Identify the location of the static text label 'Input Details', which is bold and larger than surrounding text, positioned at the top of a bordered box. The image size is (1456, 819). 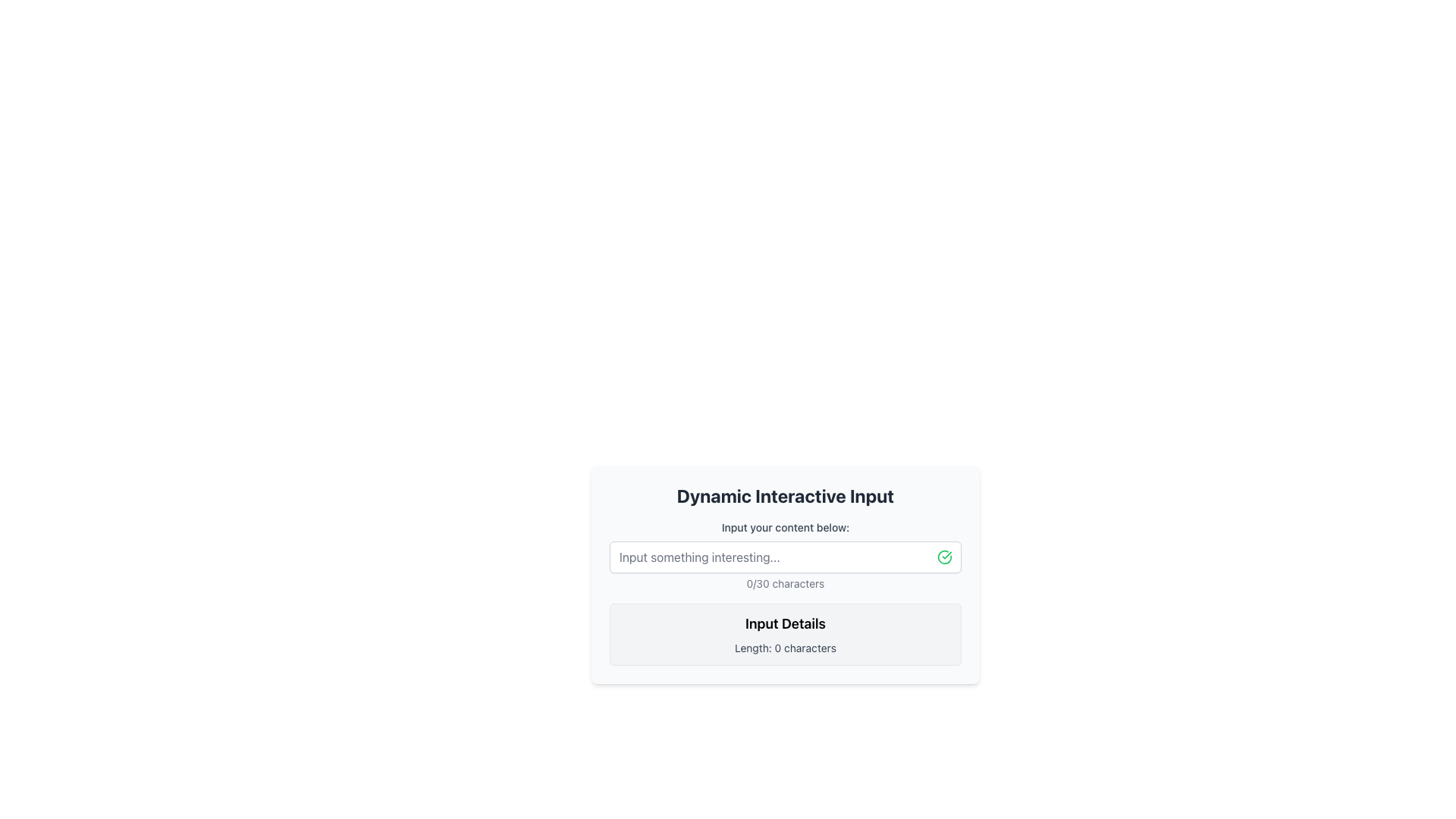
(786, 623).